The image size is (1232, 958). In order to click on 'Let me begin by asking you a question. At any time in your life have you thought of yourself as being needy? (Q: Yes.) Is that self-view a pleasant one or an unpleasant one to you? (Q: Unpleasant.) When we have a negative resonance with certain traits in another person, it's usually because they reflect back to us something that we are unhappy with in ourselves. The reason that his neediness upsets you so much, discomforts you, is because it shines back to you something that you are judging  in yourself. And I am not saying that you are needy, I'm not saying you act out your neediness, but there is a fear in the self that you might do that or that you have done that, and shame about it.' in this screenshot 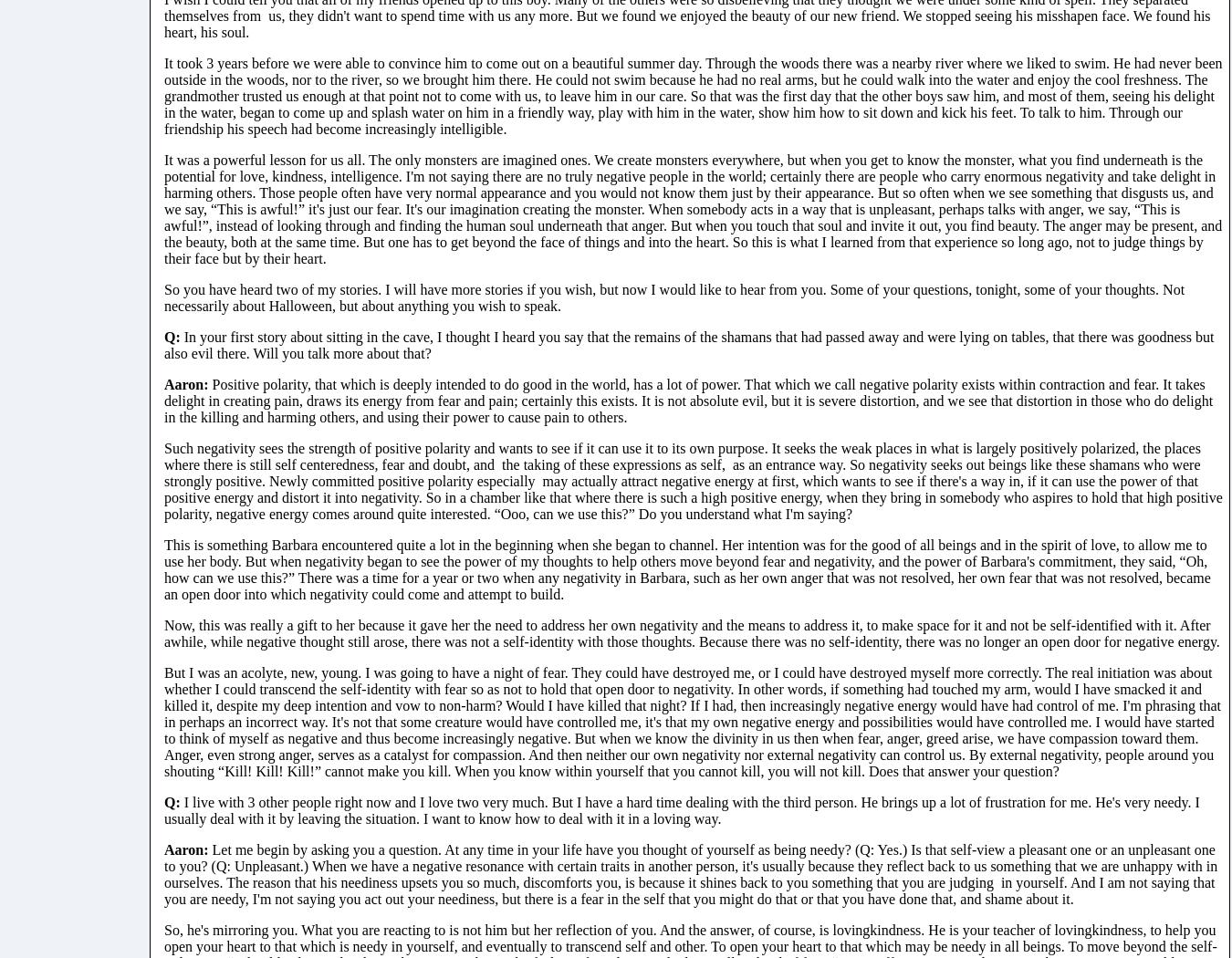, I will do `click(689, 872)`.